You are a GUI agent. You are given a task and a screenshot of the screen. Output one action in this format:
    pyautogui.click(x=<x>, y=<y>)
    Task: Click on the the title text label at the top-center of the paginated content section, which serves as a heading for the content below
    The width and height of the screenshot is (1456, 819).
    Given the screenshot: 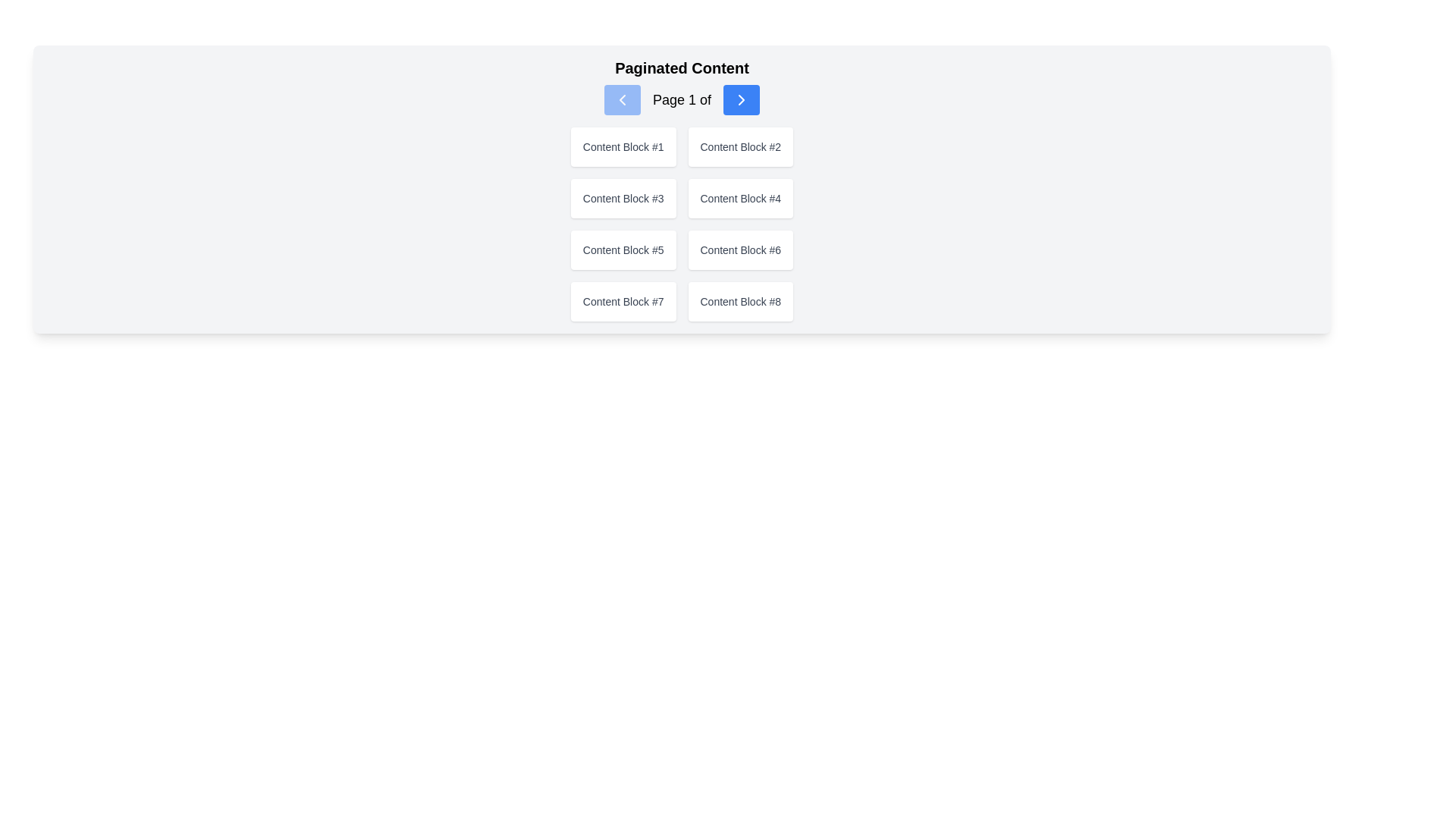 What is the action you would take?
    pyautogui.click(x=681, y=67)
    